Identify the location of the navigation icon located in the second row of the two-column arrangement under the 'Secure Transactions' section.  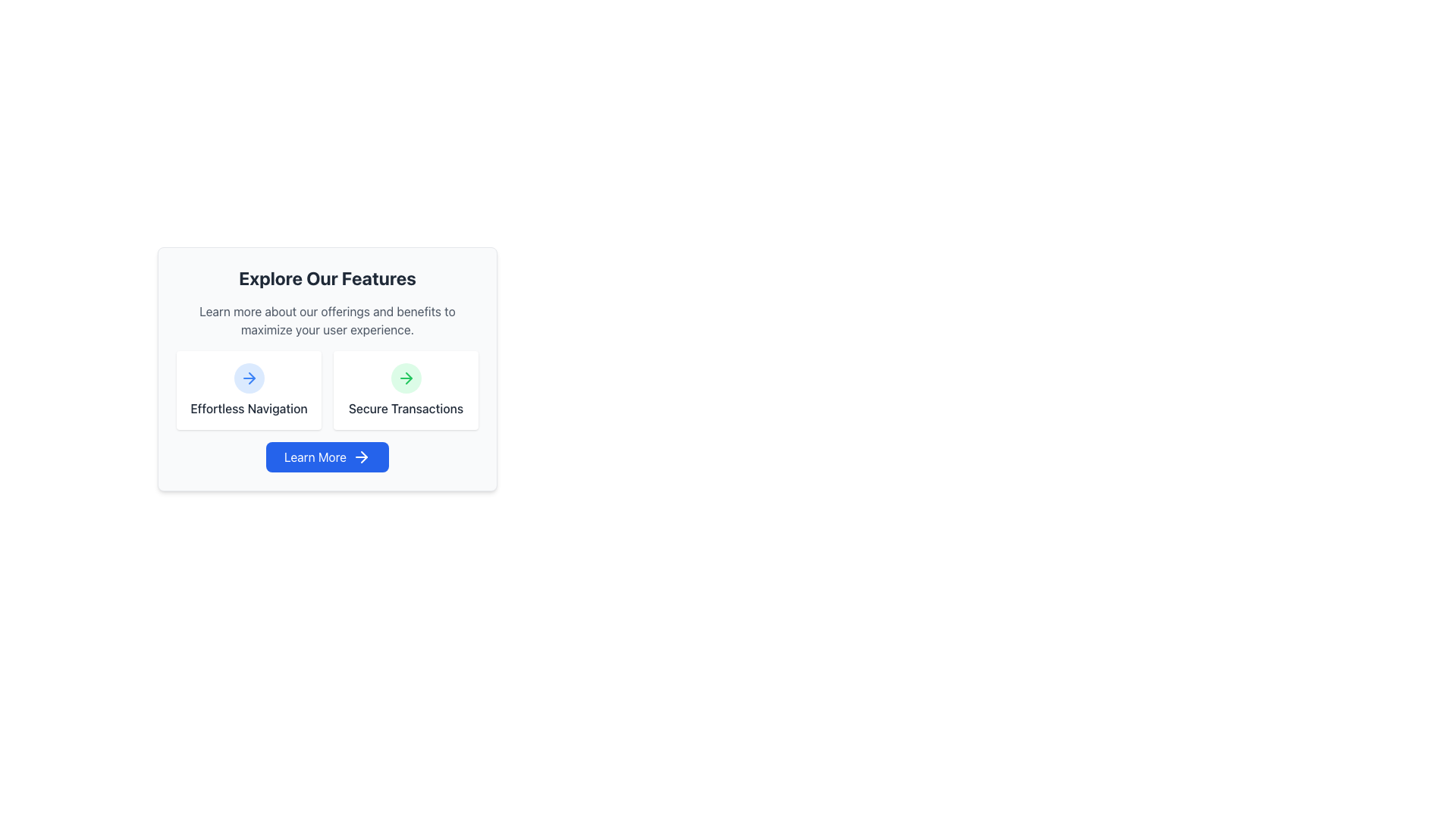
(406, 377).